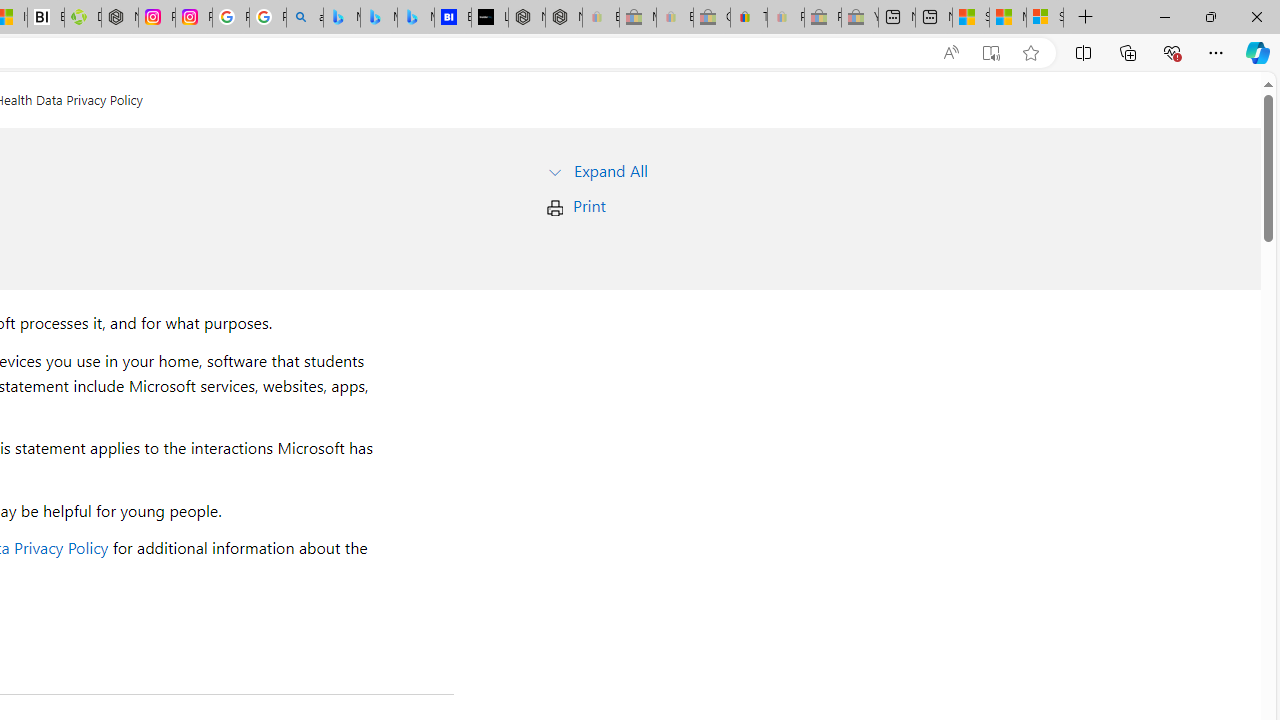 The image size is (1280, 720). What do you see at coordinates (971, 17) in the screenshot?
I see `'Shanghai, China hourly forecast | Microsoft Weather'` at bounding box center [971, 17].